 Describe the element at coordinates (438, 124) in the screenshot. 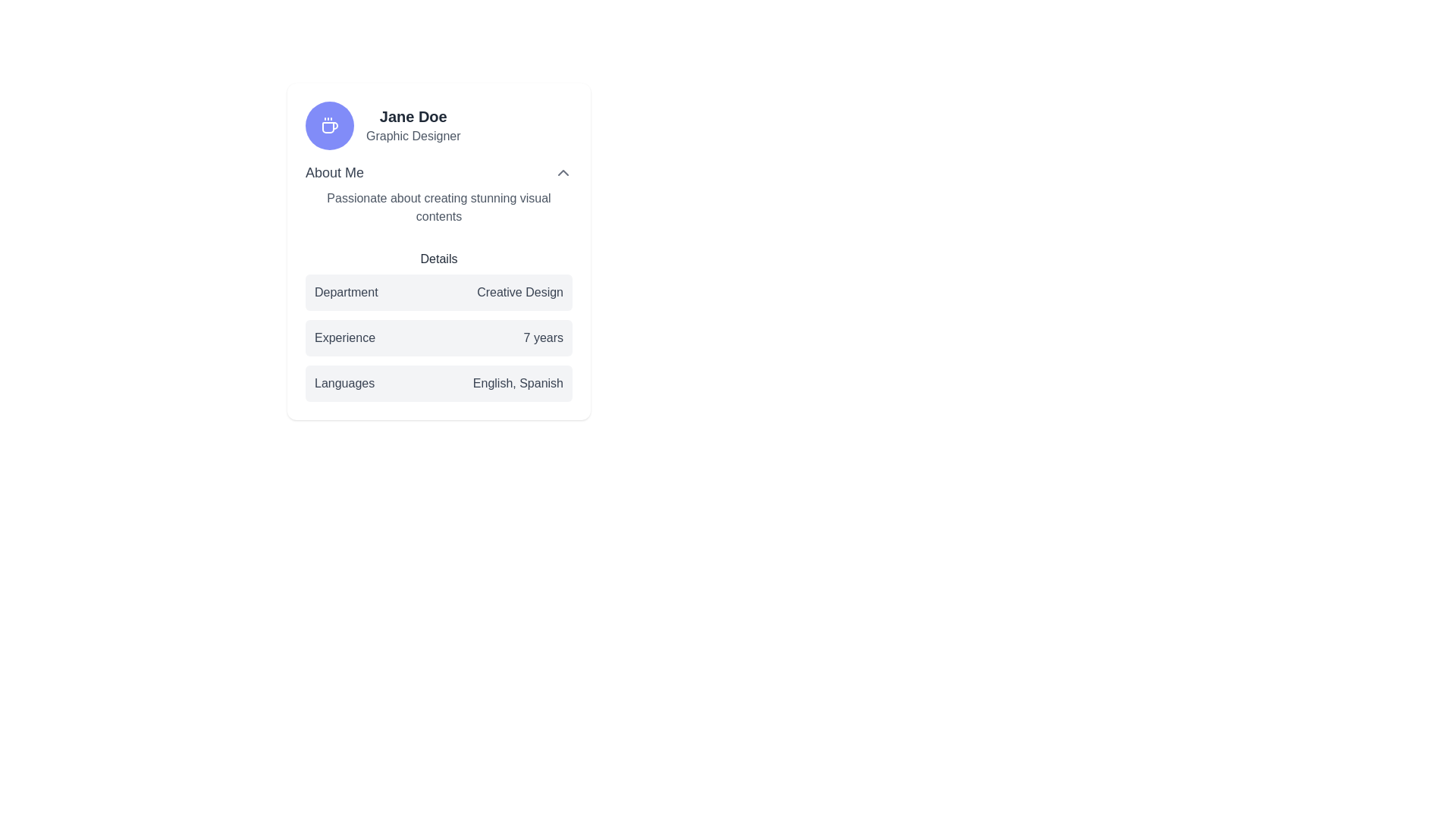

I see `the Profile Display Section located in the upper area of the card widget, displaying the user's name and professional title` at that location.